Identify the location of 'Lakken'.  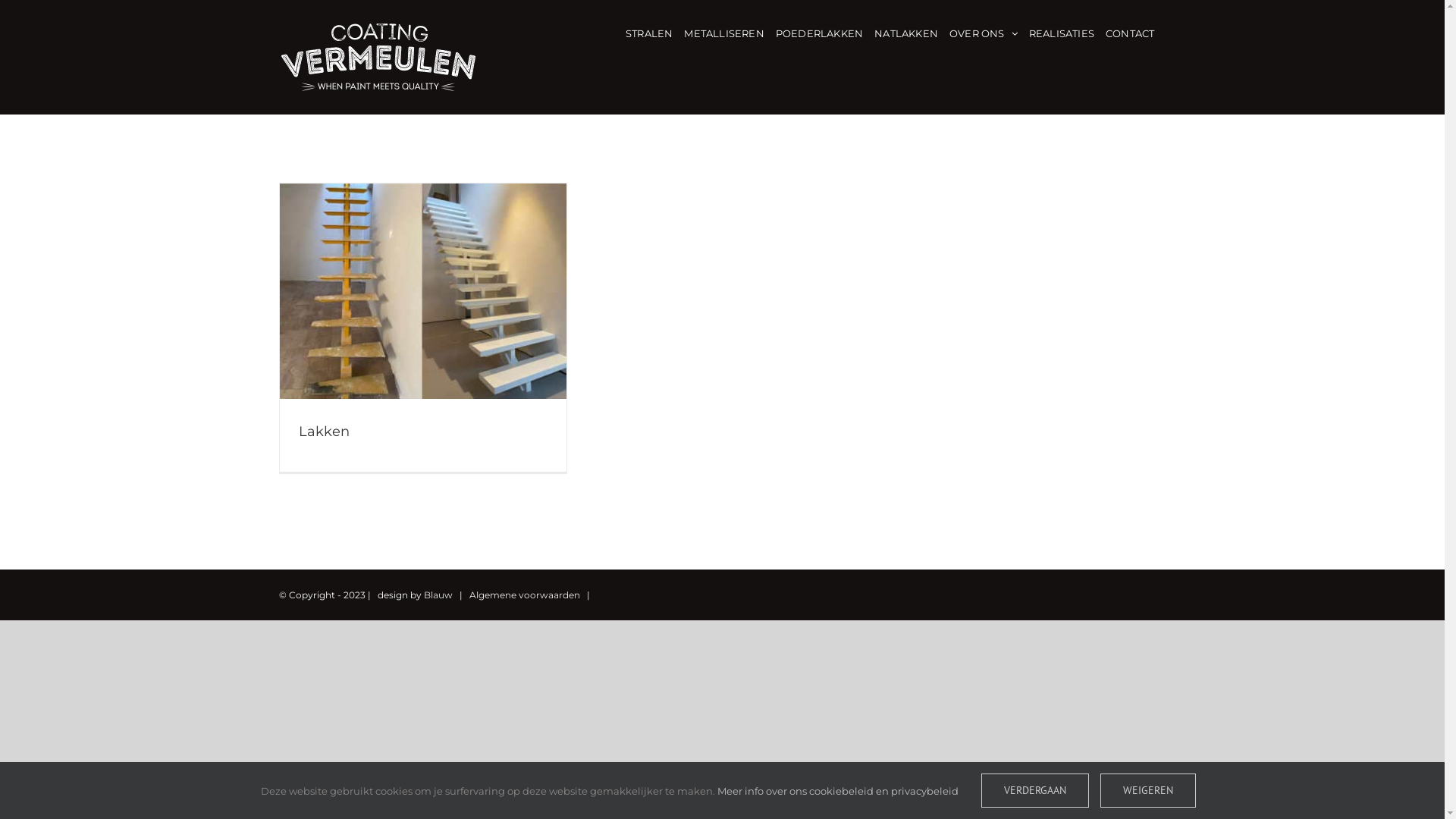
(323, 431).